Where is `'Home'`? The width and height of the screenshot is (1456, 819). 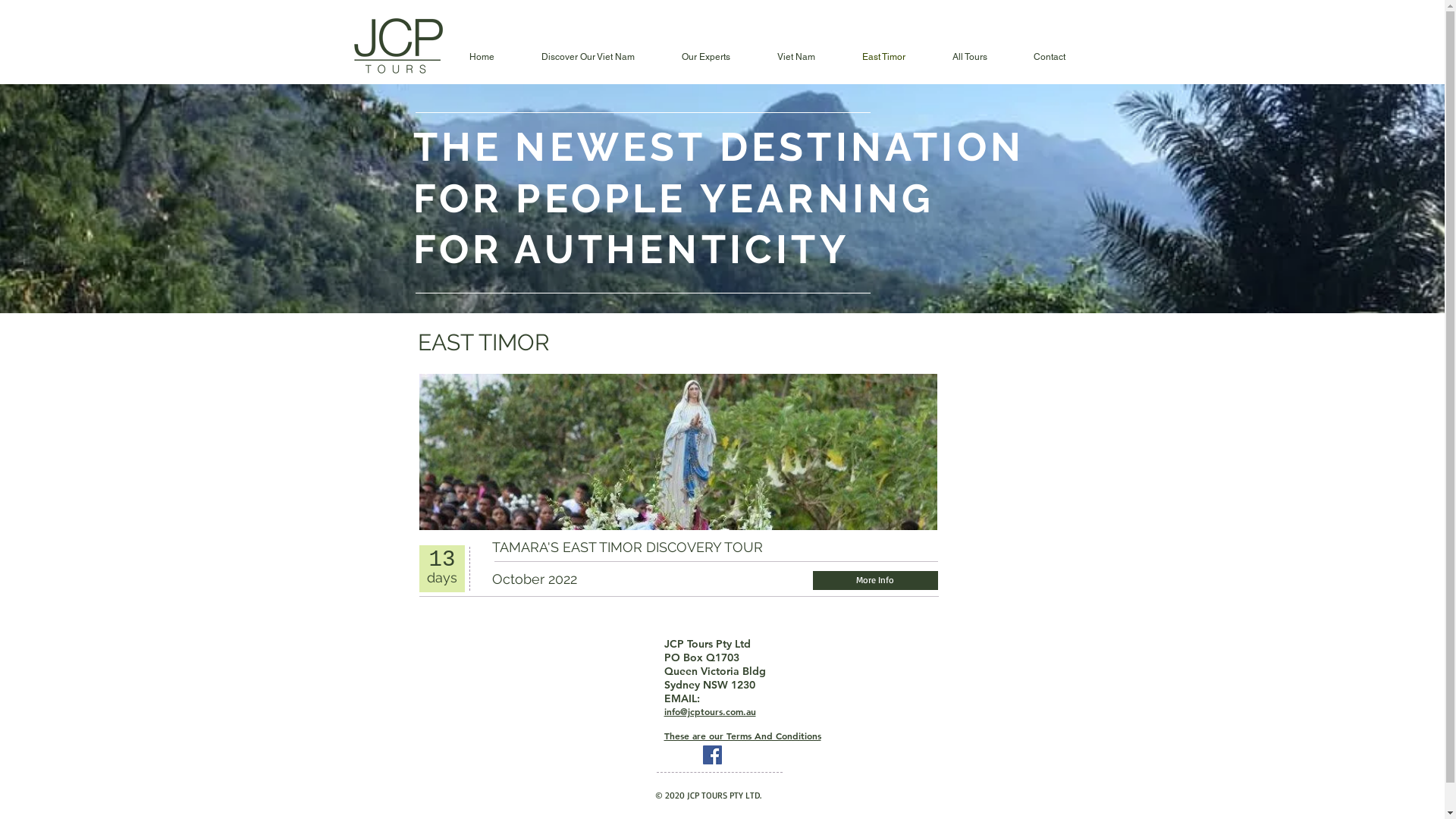
'Home' is located at coordinates (481, 56).